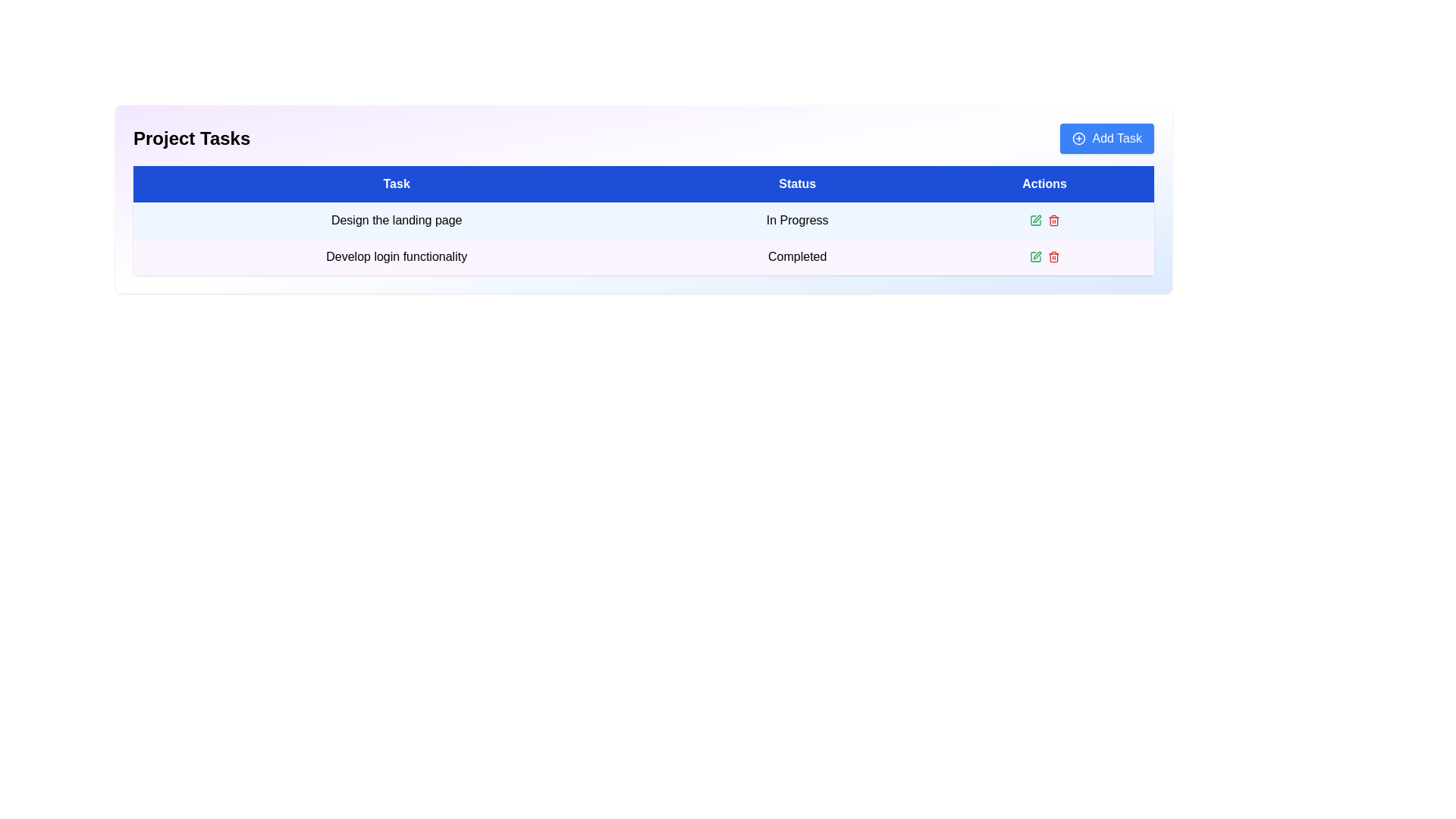 The height and width of the screenshot is (819, 1456). I want to click on the SVG graphic element that resembles part of an interface icon in the 'Actions' column of the second row of the table, so click(1034, 256).